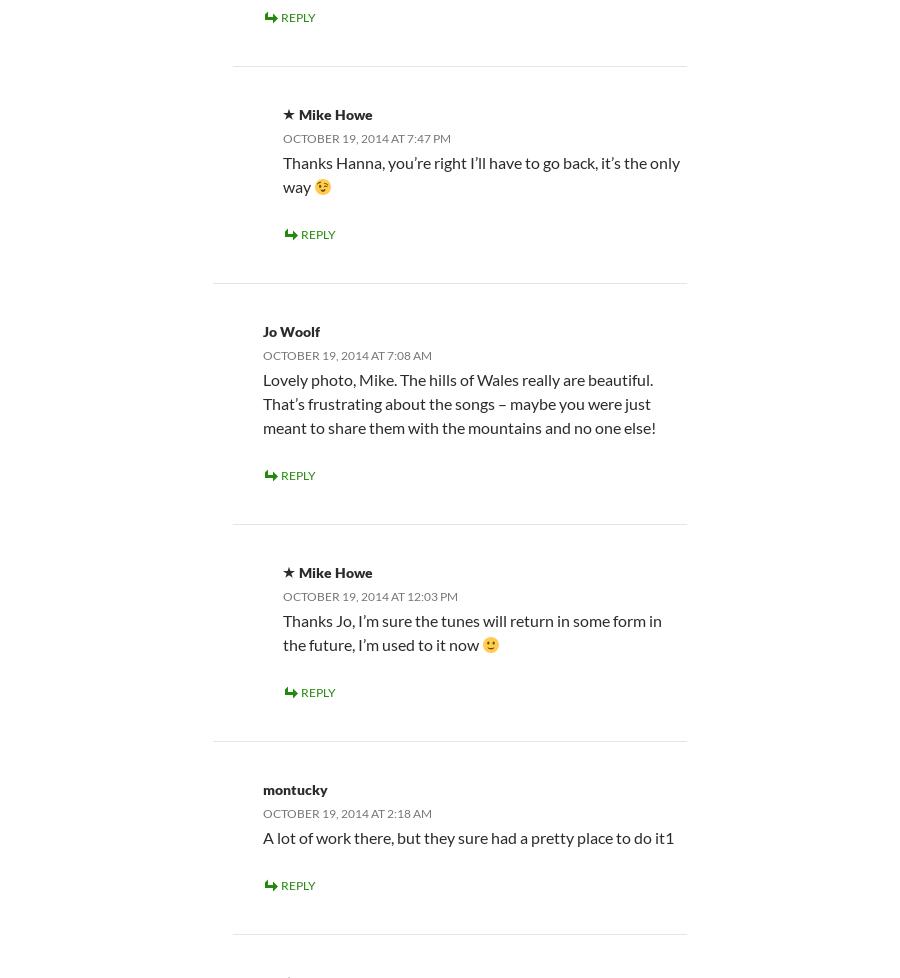 This screenshot has width=900, height=978. Describe the element at coordinates (367, 137) in the screenshot. I see `'October 19, 2014 at 7:47 pm'` at that location.